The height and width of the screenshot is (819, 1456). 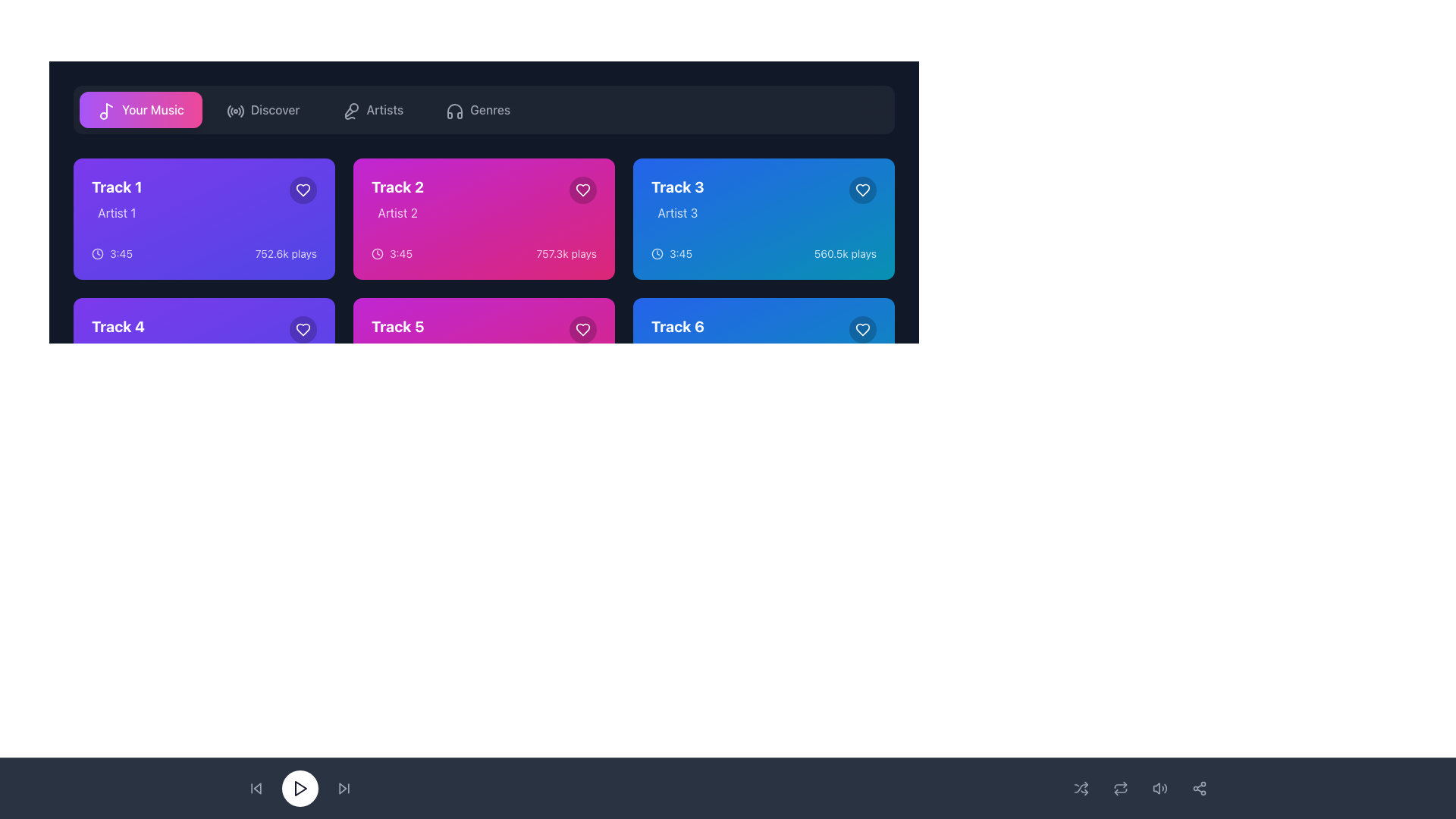 I want to click on the 'Discover' icon button located in the top navigation bar, so click(x=234, y=110).